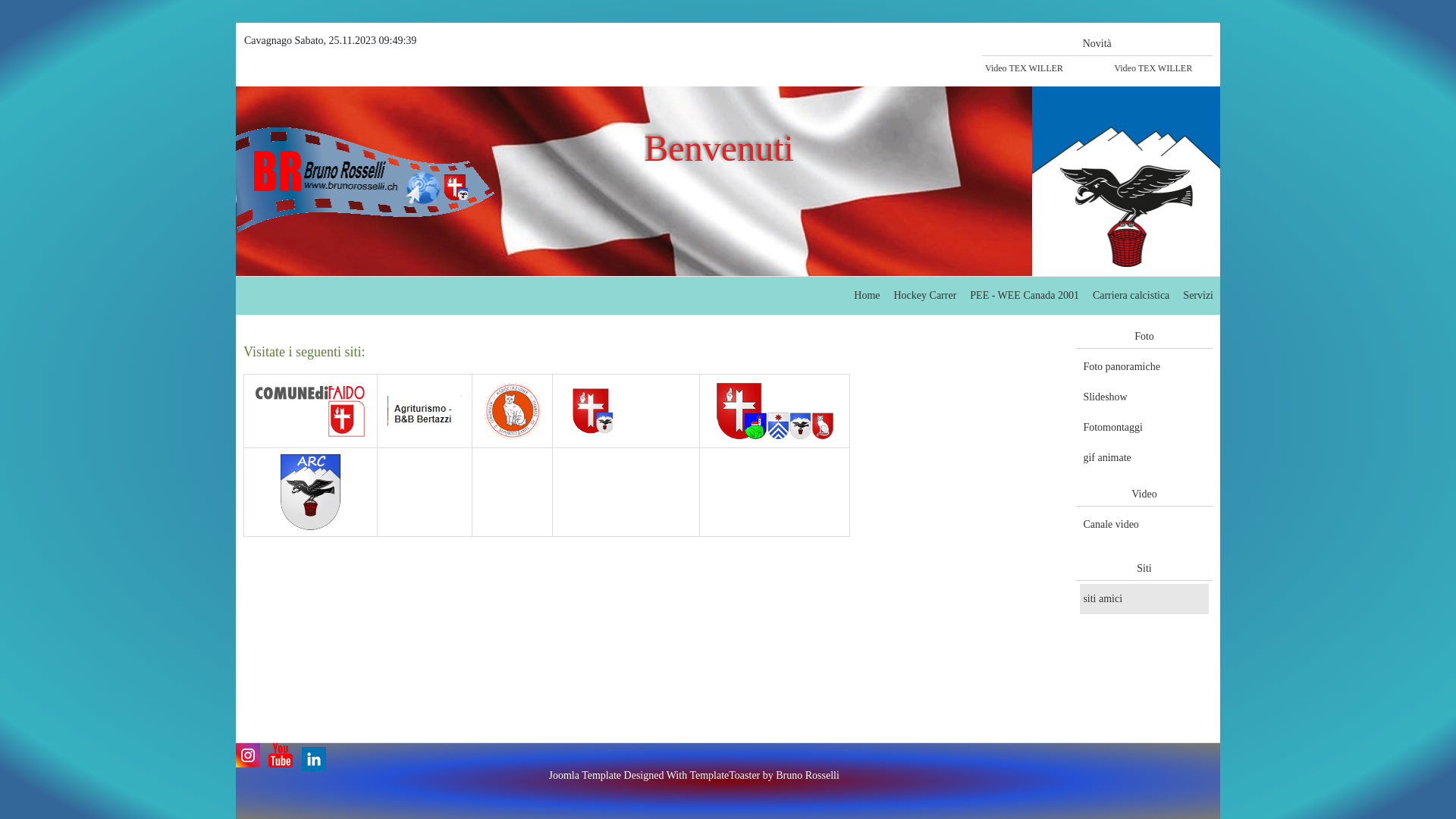 The height and width of the screenshot is (819, 1456). Describe the element at coordinates (1161, 67) in the screenshot. I see `'Video TEX WILLER'` at that location.